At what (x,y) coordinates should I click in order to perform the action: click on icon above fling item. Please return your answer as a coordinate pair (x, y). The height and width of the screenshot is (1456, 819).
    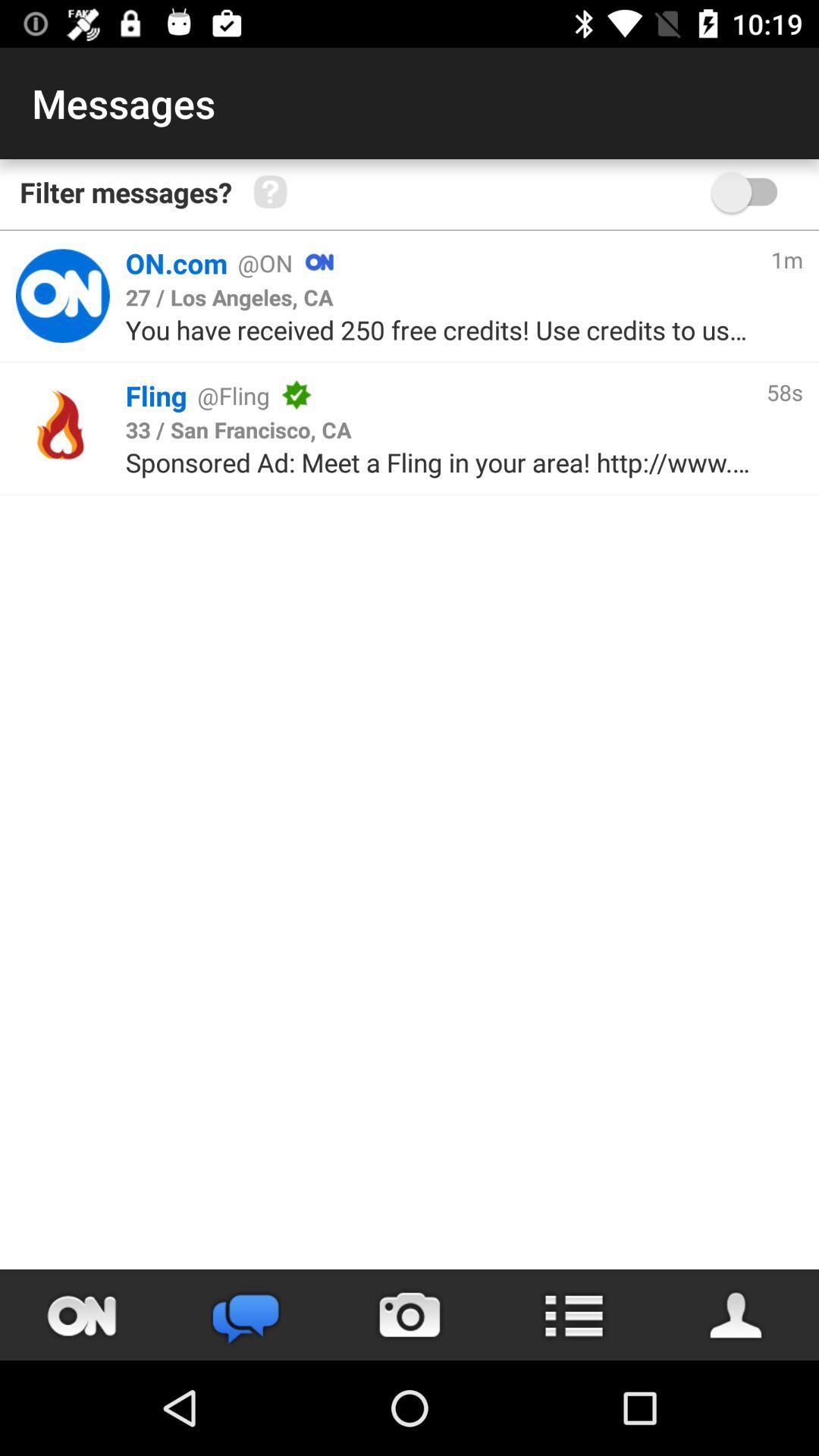
    Looking at the image, I should click on (440, 329).